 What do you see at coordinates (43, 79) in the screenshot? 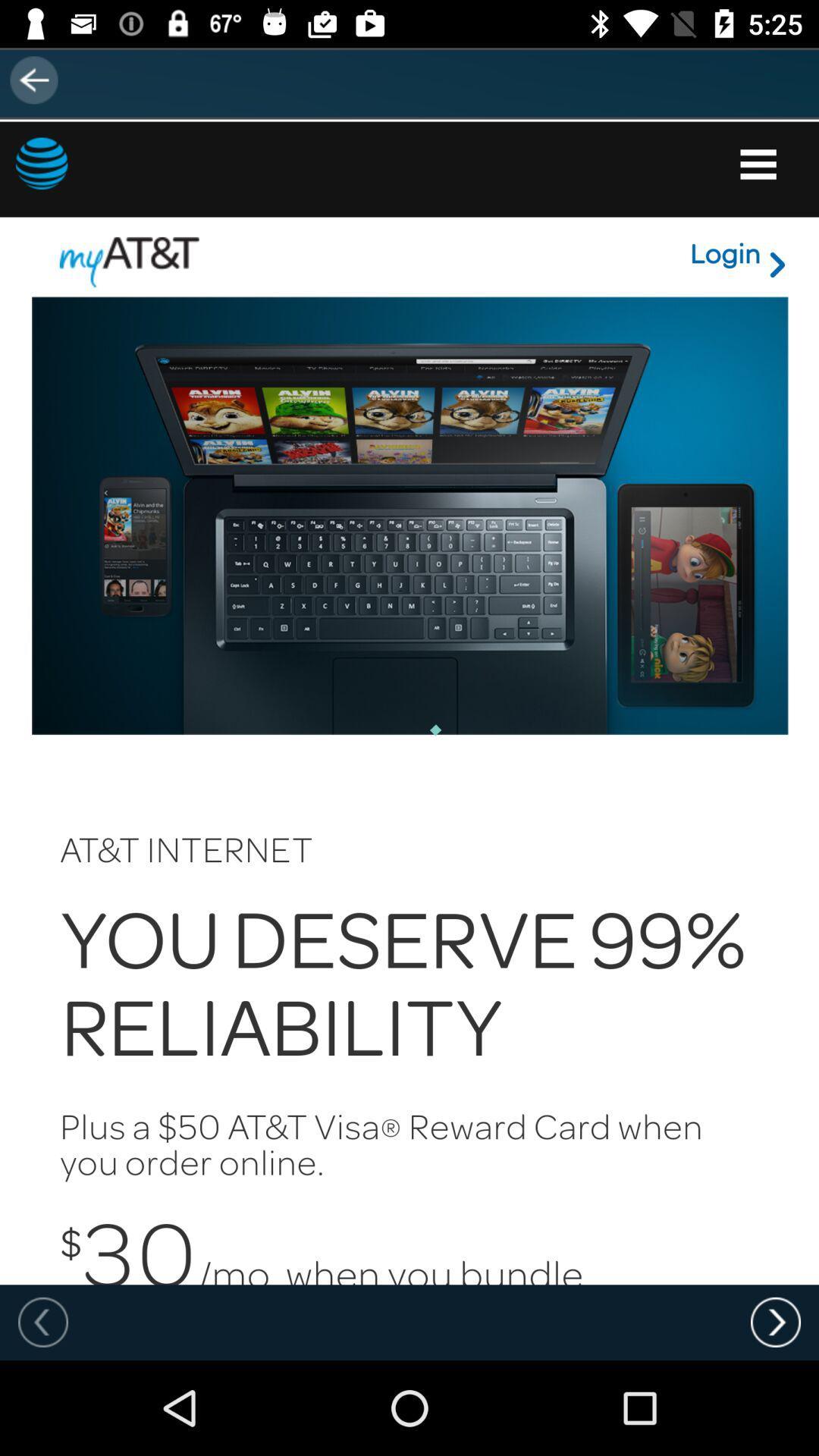
I see `the arrow_backward icon` at bounding box center [43, 79].